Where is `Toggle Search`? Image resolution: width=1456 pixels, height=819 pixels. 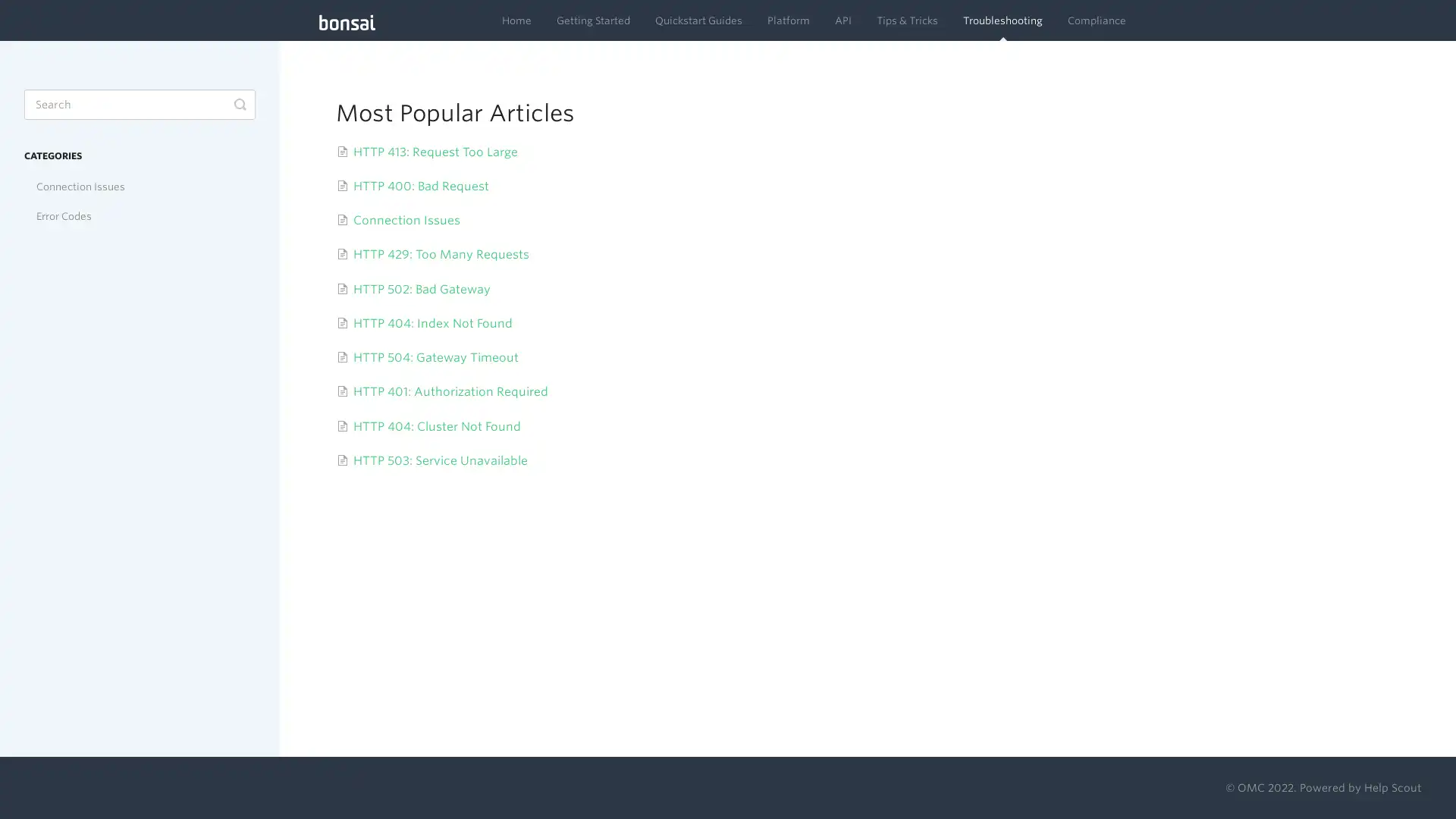 Toggle Search is located at coordinates (239, 104).